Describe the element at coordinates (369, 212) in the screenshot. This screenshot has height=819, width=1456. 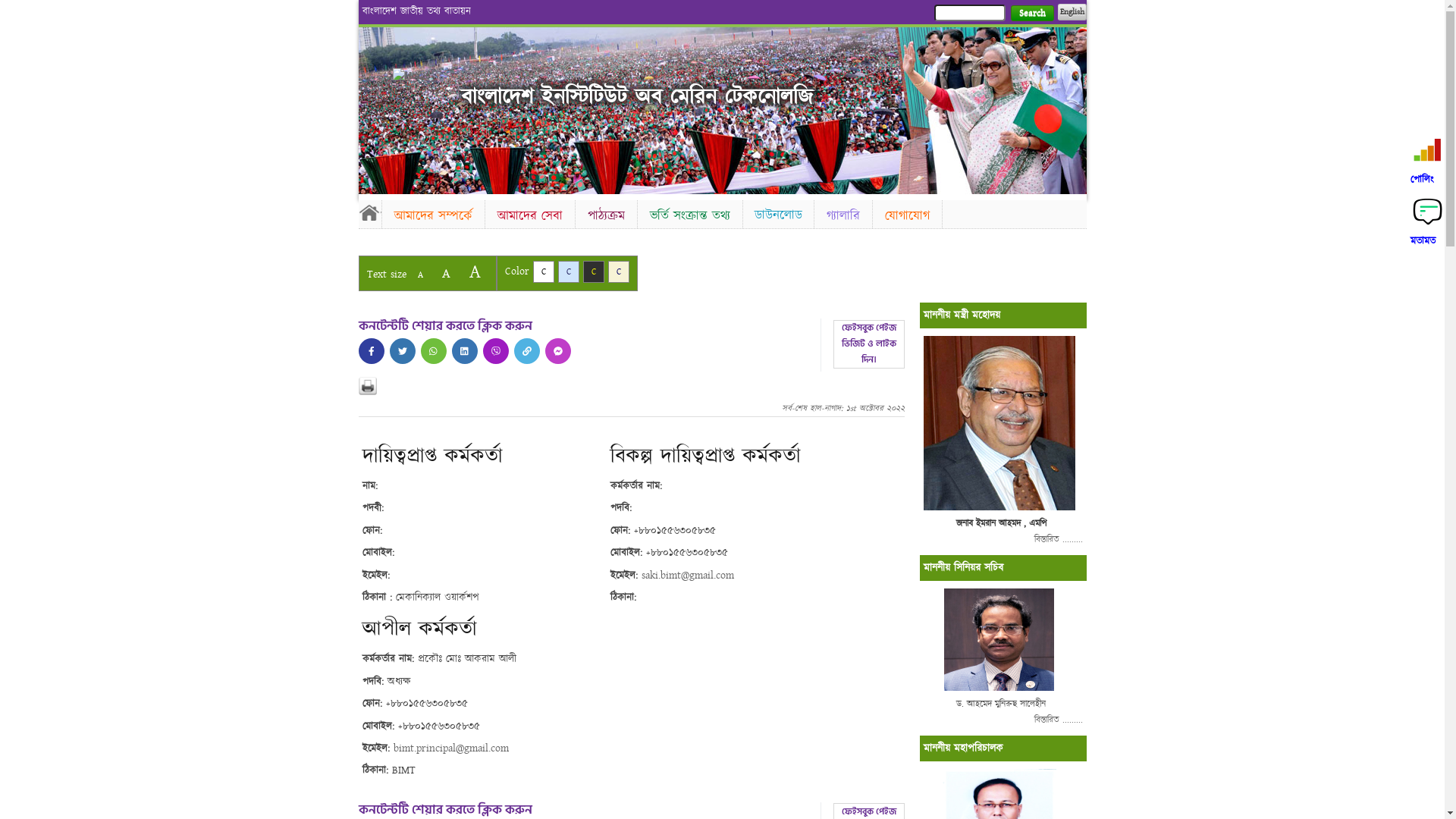
I see `'Home'` at that location.